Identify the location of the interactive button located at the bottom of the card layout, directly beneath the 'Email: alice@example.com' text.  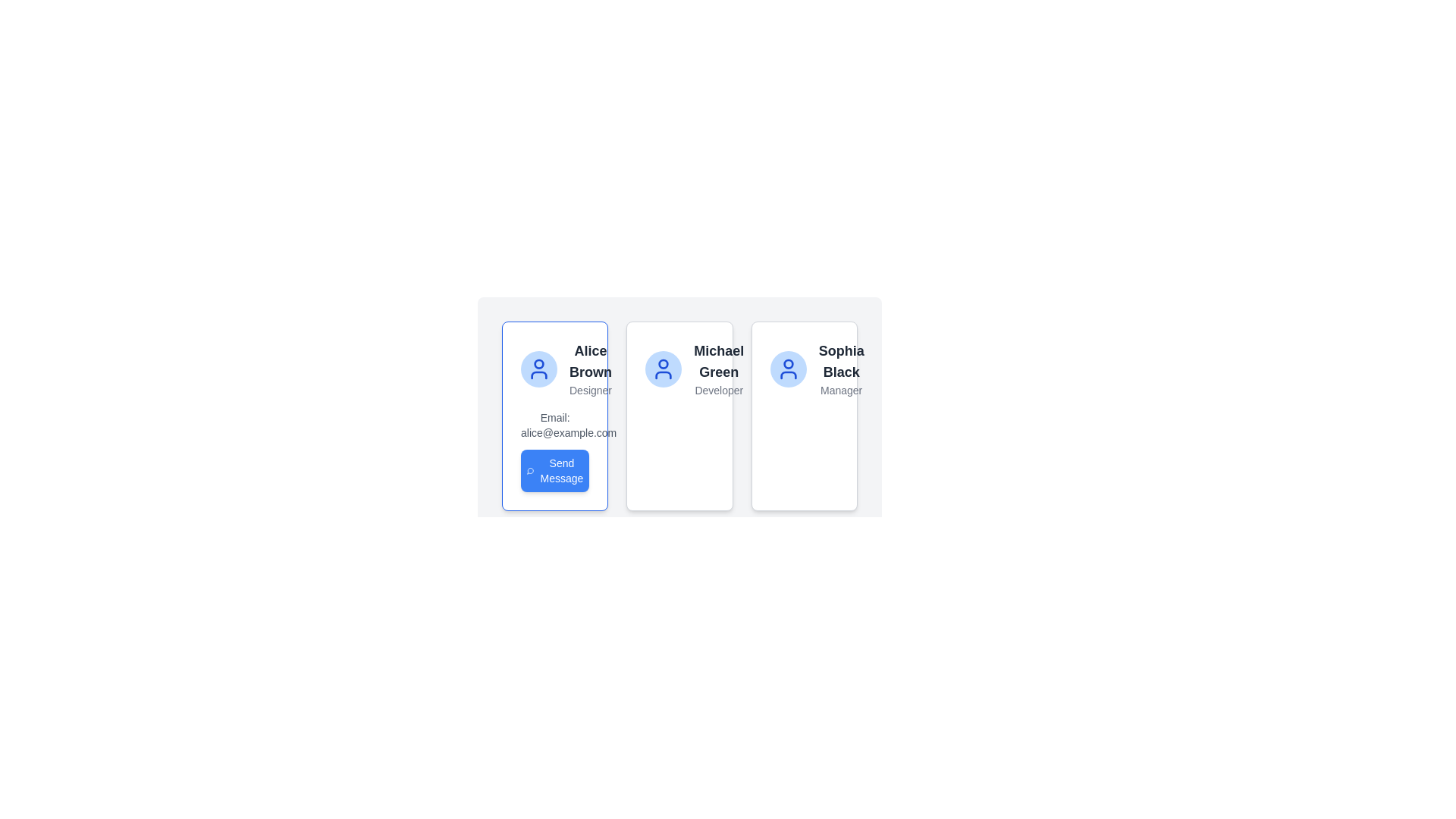
(554, 470).